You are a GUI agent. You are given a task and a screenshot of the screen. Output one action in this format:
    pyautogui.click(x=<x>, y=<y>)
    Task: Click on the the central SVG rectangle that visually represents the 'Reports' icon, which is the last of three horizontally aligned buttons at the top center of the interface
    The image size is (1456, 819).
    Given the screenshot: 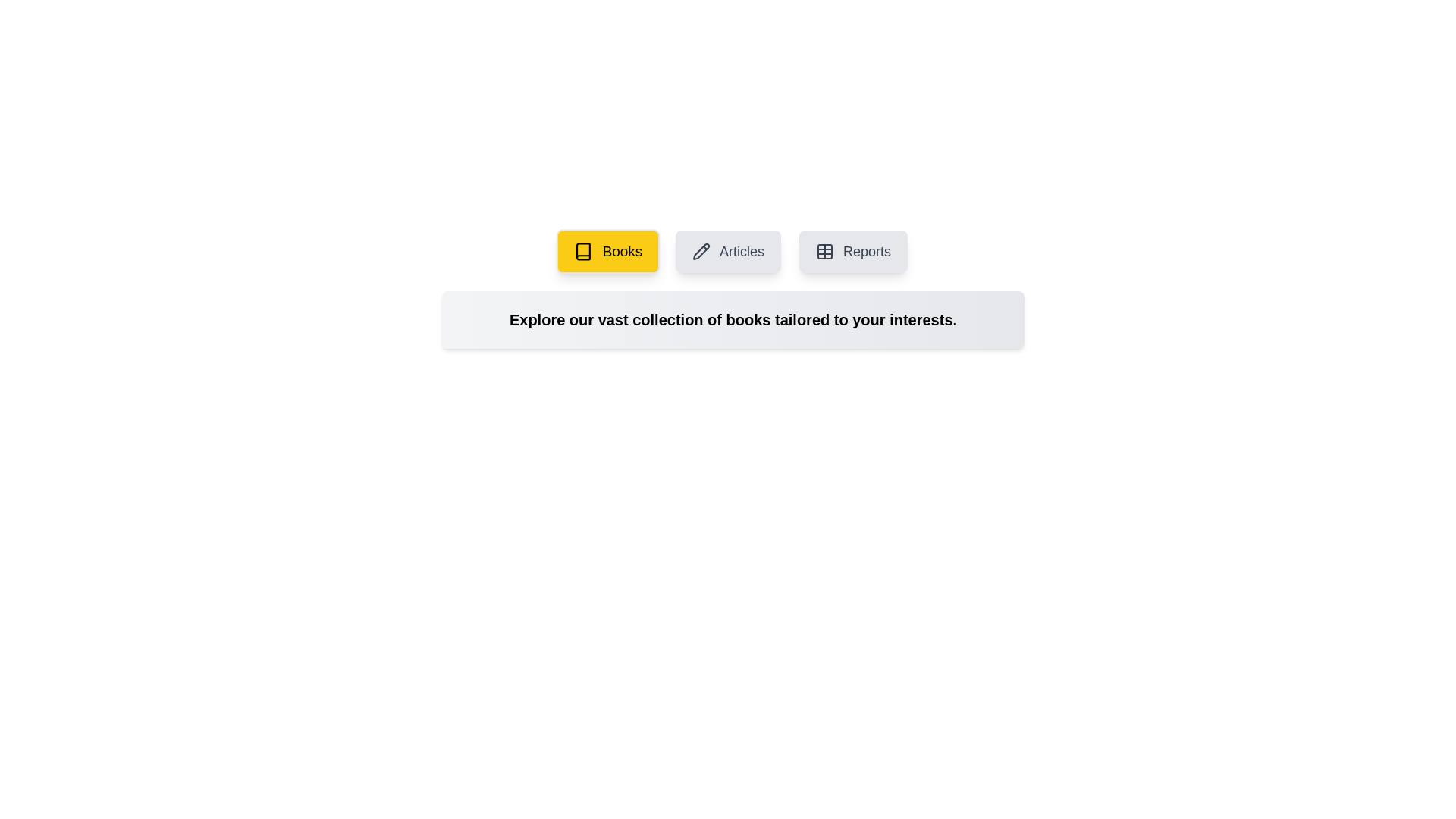 What is the action you would take?
    pyautogui.click(x=824, y=250)
    